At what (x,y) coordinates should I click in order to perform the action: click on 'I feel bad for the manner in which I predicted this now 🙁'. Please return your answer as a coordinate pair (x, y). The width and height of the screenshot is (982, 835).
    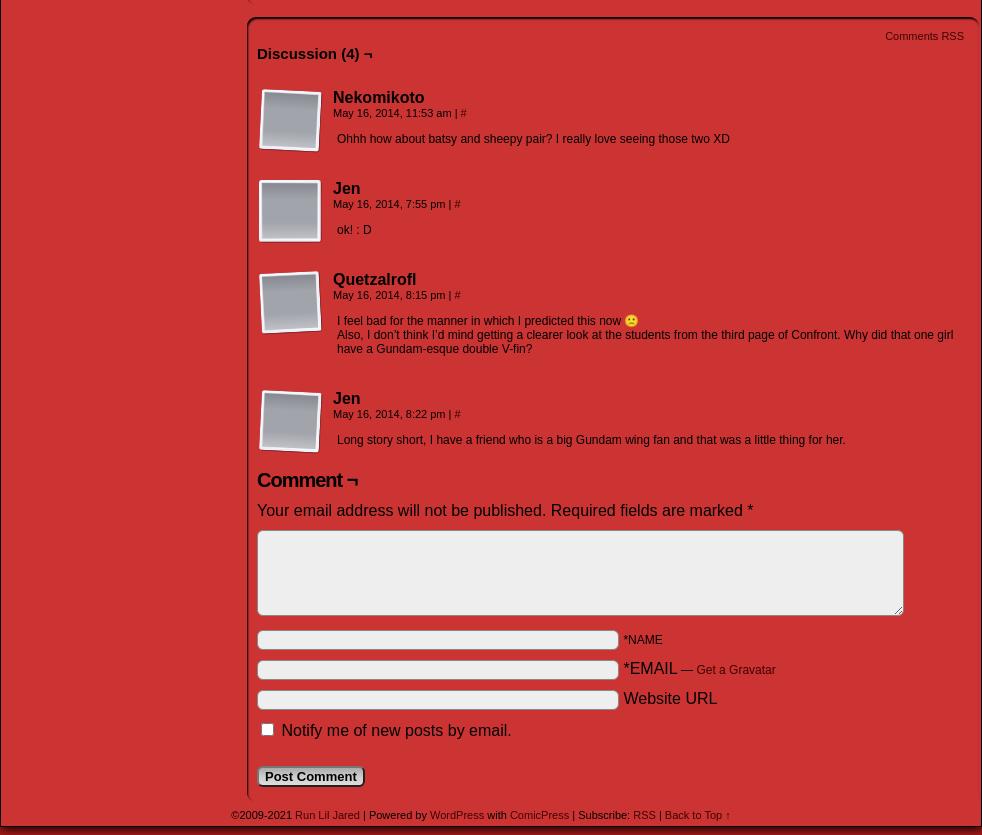
    Looking at the image, I should click on (487, 318).